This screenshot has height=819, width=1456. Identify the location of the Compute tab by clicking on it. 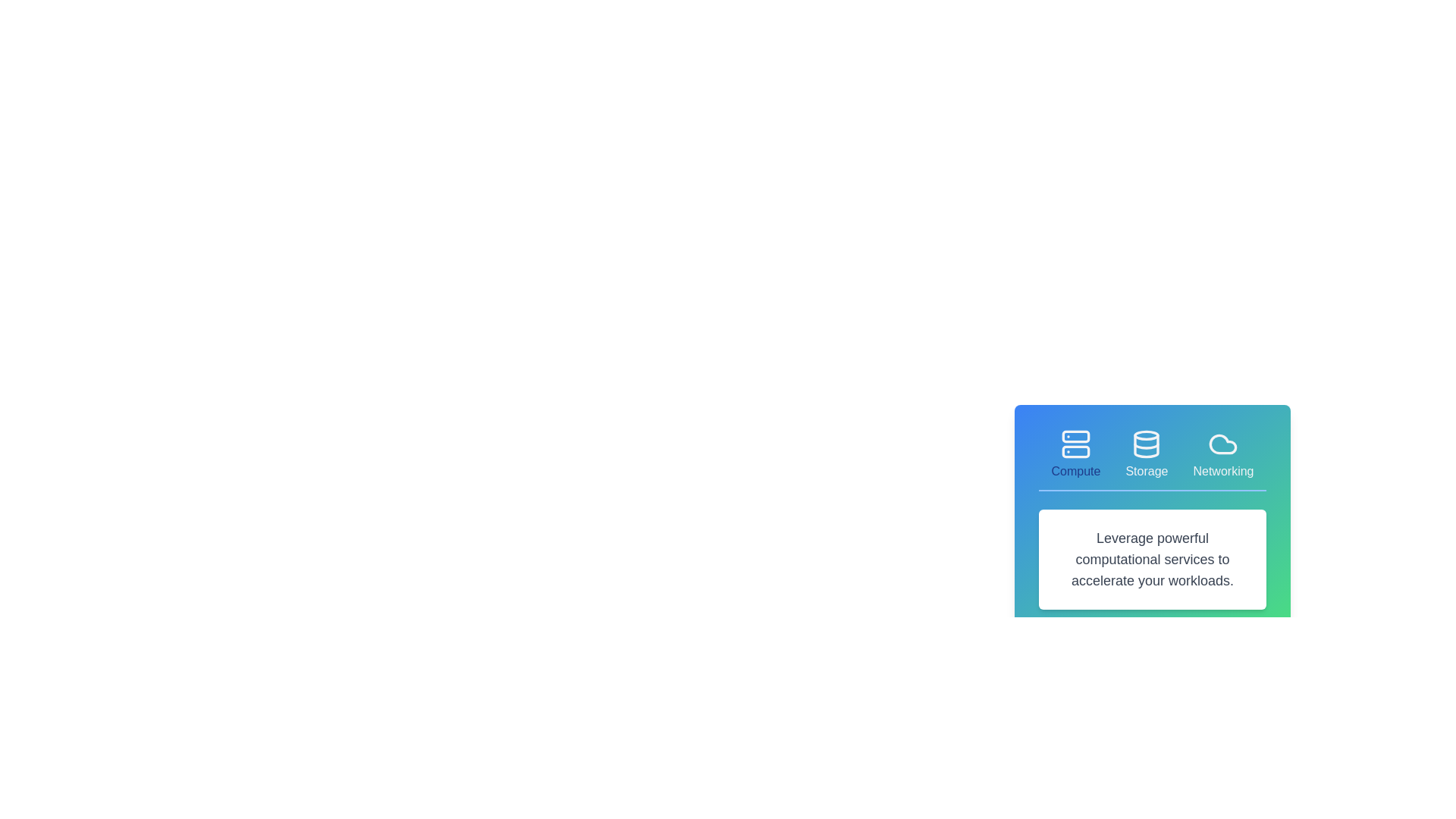
(1074, 454).